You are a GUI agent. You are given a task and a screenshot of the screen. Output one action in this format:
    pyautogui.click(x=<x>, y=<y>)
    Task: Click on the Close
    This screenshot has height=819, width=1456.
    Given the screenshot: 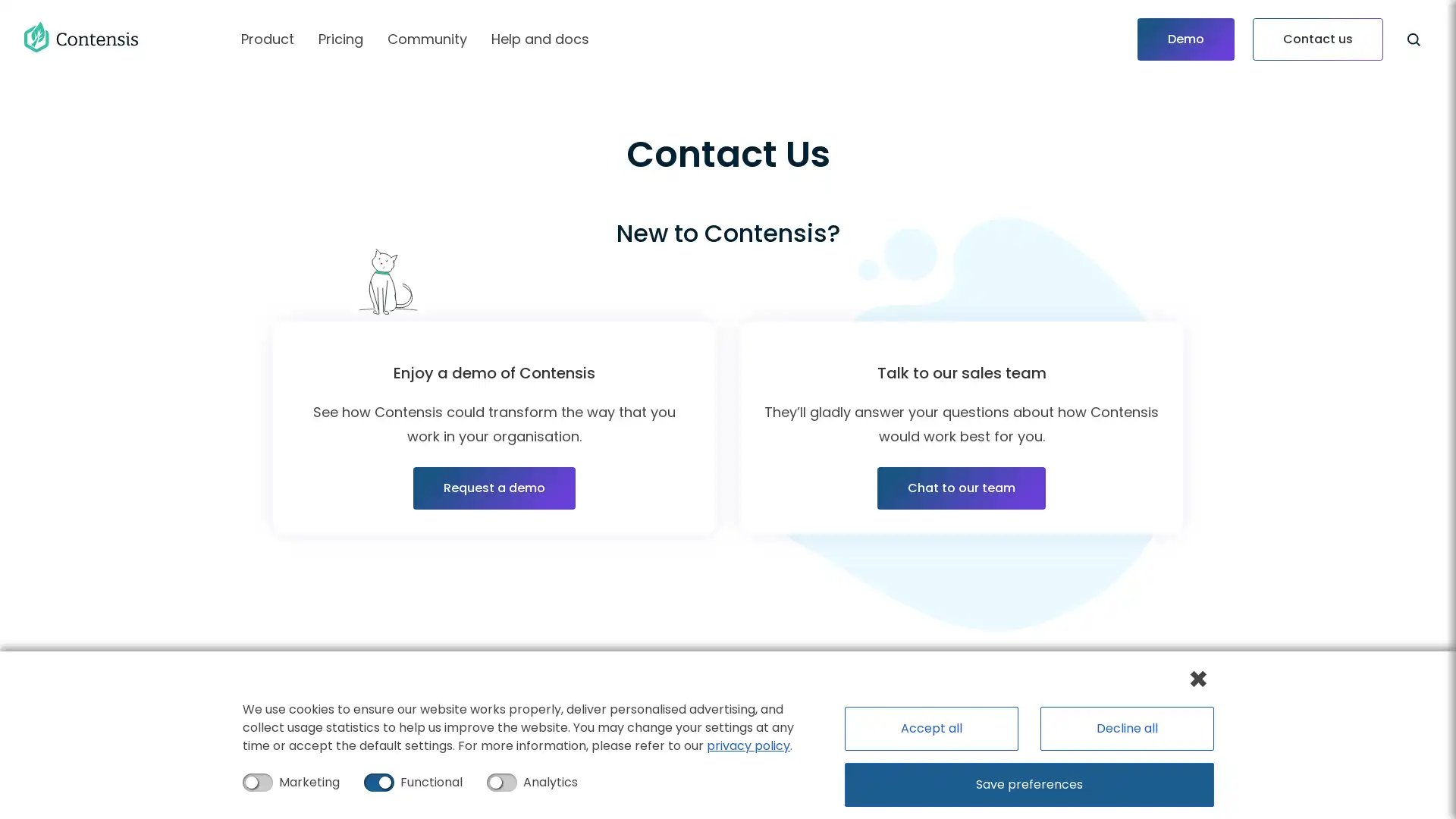 What is the action you would take?
    pyautogui.click(x=1197, y=677)
    